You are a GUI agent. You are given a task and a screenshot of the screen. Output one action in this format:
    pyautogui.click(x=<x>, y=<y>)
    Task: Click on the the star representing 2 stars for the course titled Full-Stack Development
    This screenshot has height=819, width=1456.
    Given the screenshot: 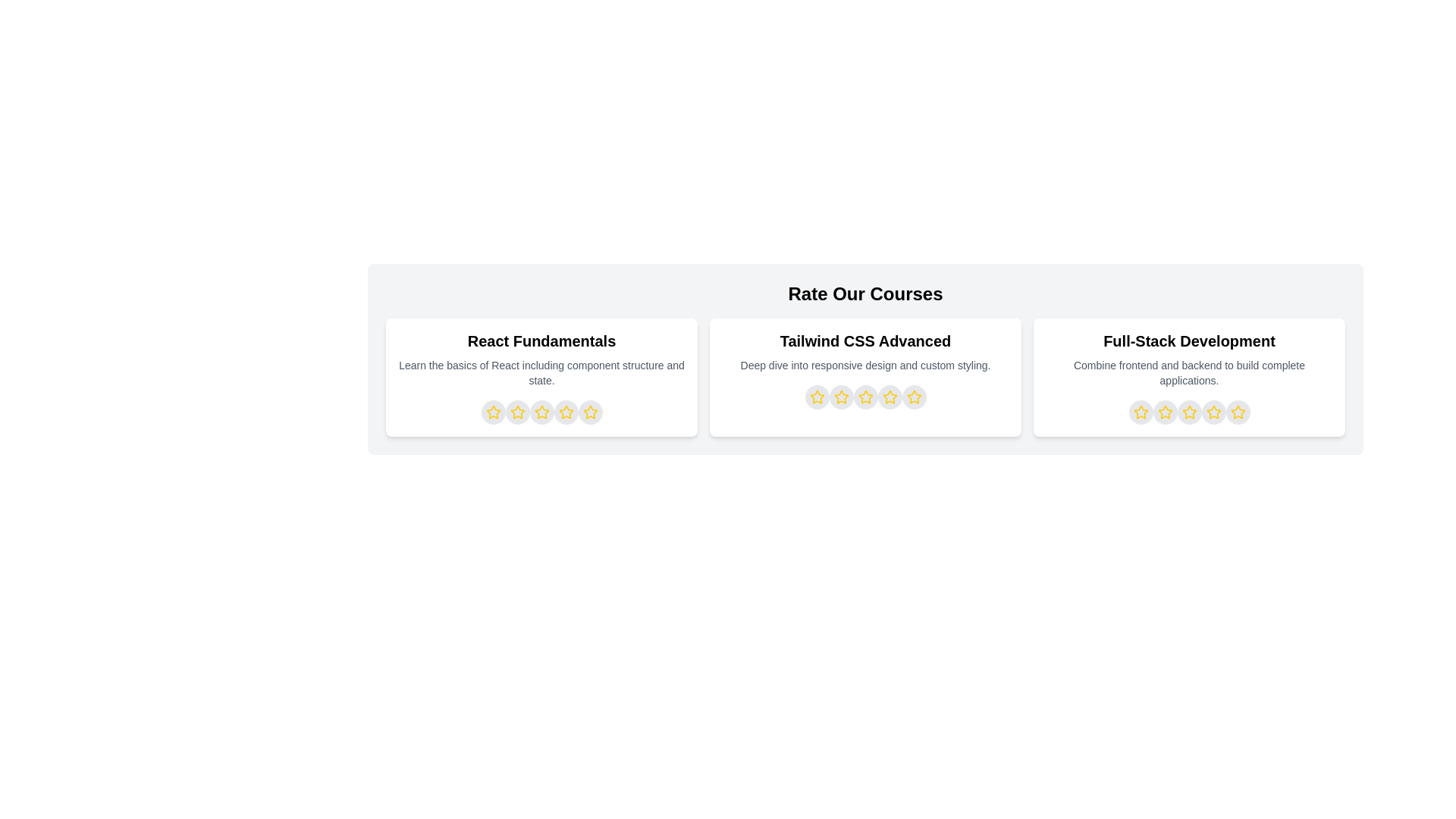 What is the action you would take?
    pyautogui.click(x=1164, y=412)
    